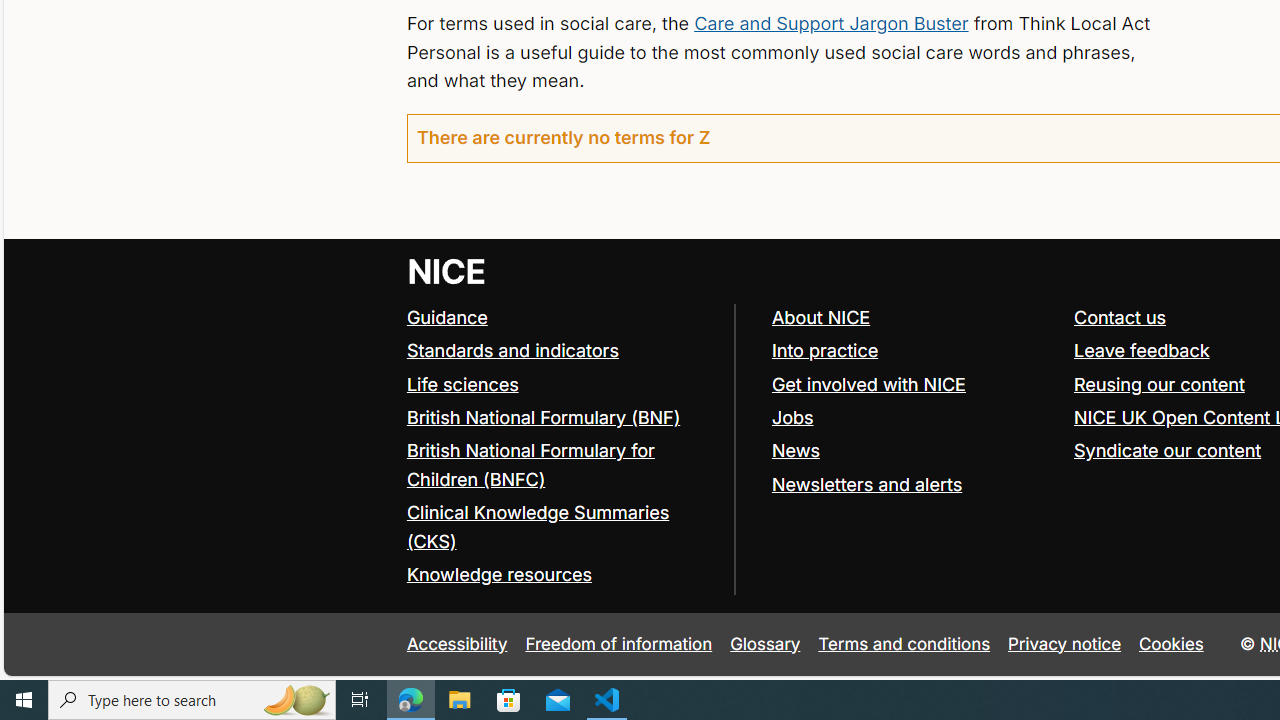 The width and height of the screenshot is (1280, 720). What do you see at coordinates (868, 384) in the screenshot?
I see `'Get involved with NICE'` at bounding box center [868, 384].